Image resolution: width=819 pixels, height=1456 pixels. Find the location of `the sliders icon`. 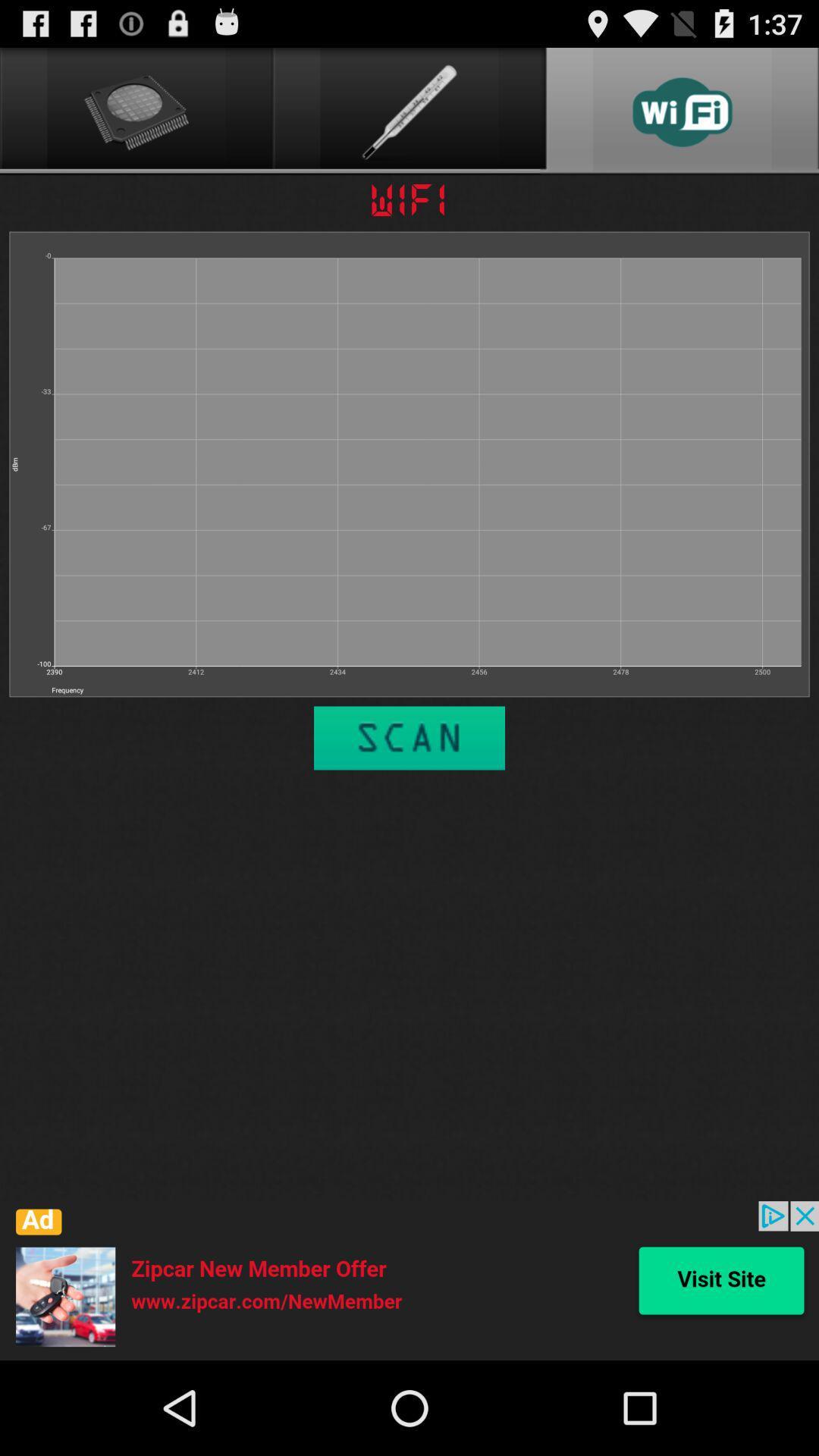

the sliders icon is located at coordinates (409, 789).